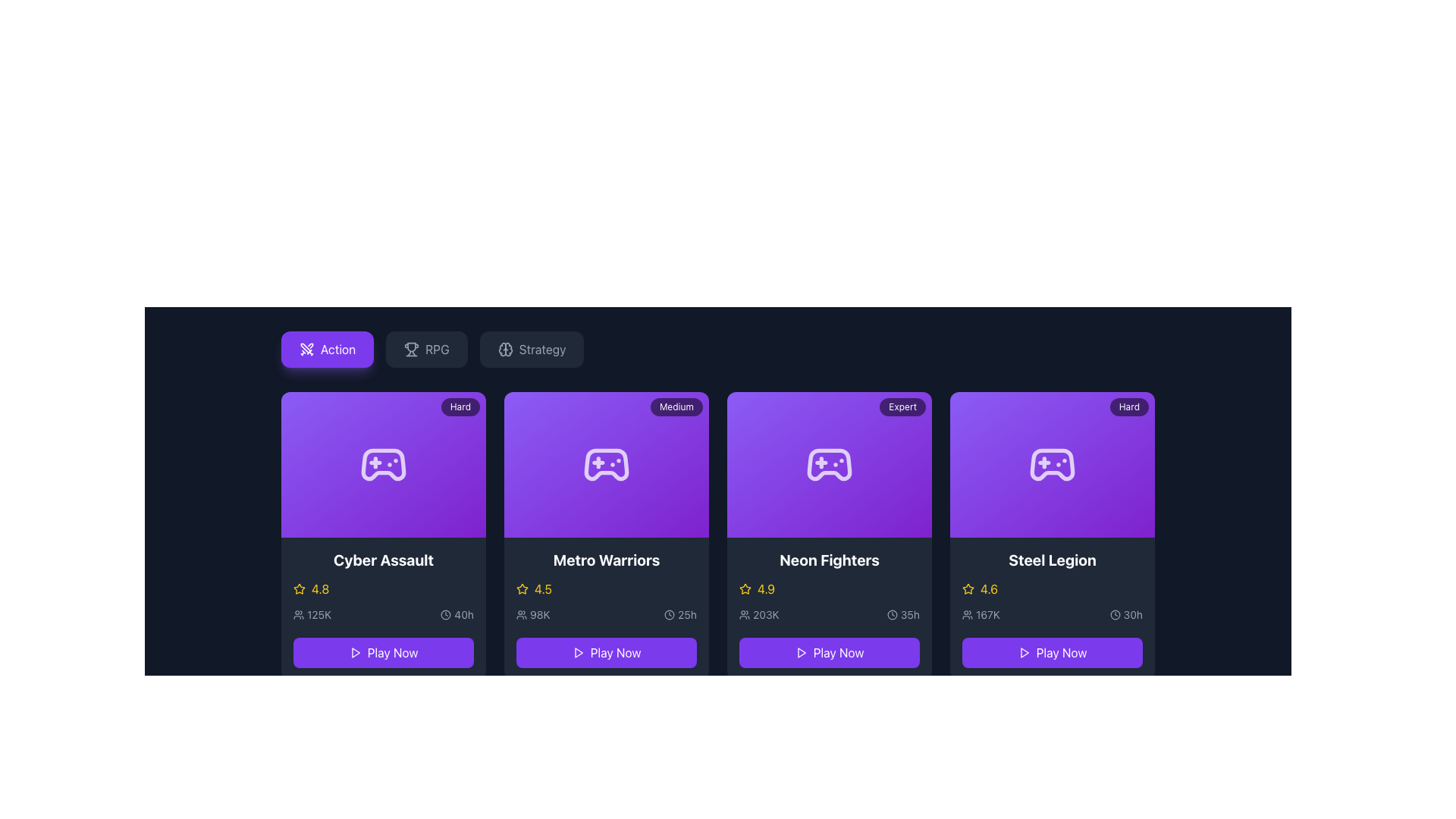  Describe the element at coordinates (989, 588) in the screenshot. I see `the text label displaying the rating '4.6' in yellow font, which is located to the right of the star icon on the card for the game 'Steel Legion'` at that location.